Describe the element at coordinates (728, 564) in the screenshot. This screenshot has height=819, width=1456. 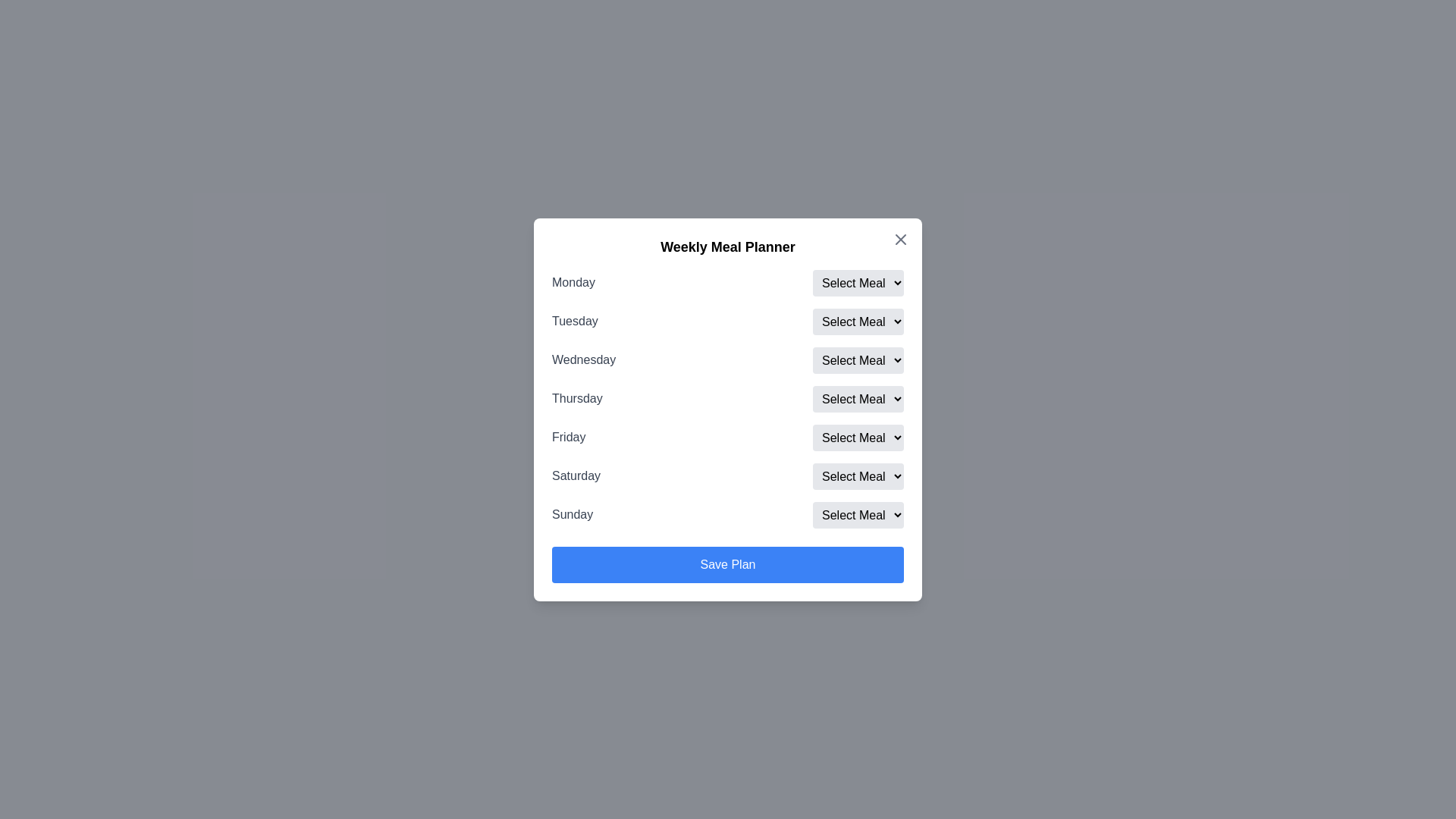
I see `the 'Save Plan' button to submit the selected meal plan` at that location.